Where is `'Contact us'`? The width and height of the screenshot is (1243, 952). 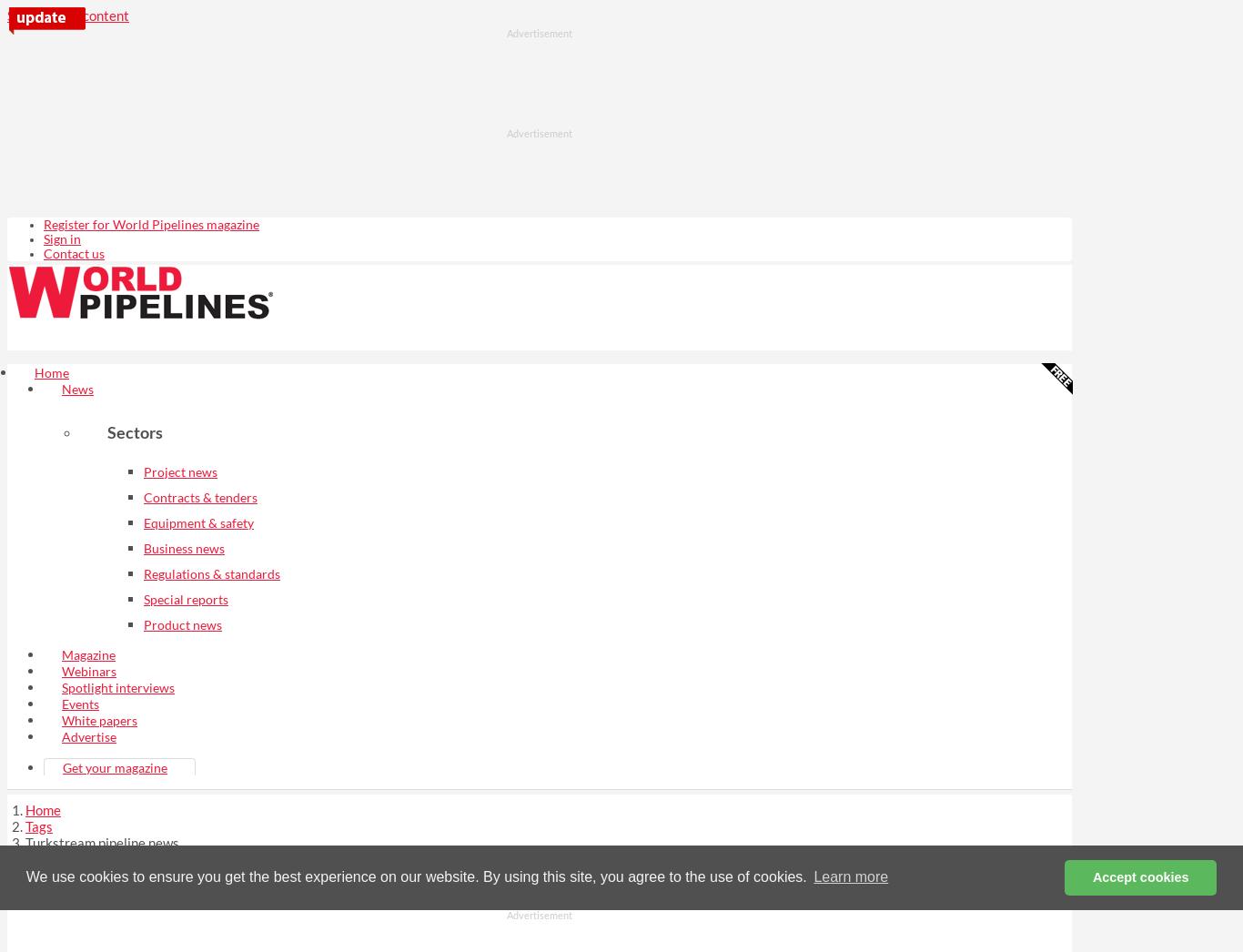 'Contact us' is located at coordinates (74, 253).